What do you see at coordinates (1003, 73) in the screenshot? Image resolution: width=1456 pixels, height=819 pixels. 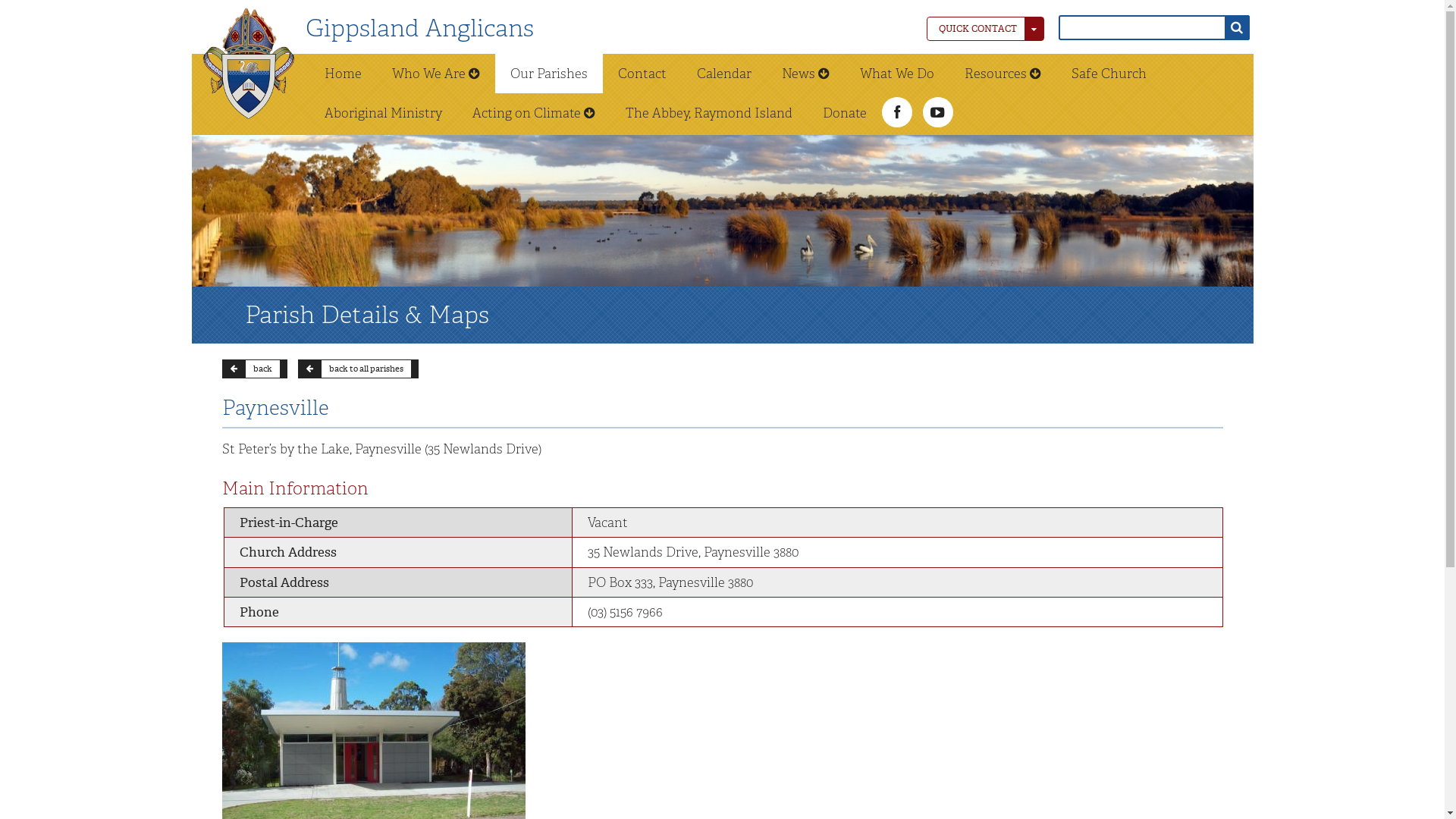 I see `'Resources'` at bounding box center [1003, 73].